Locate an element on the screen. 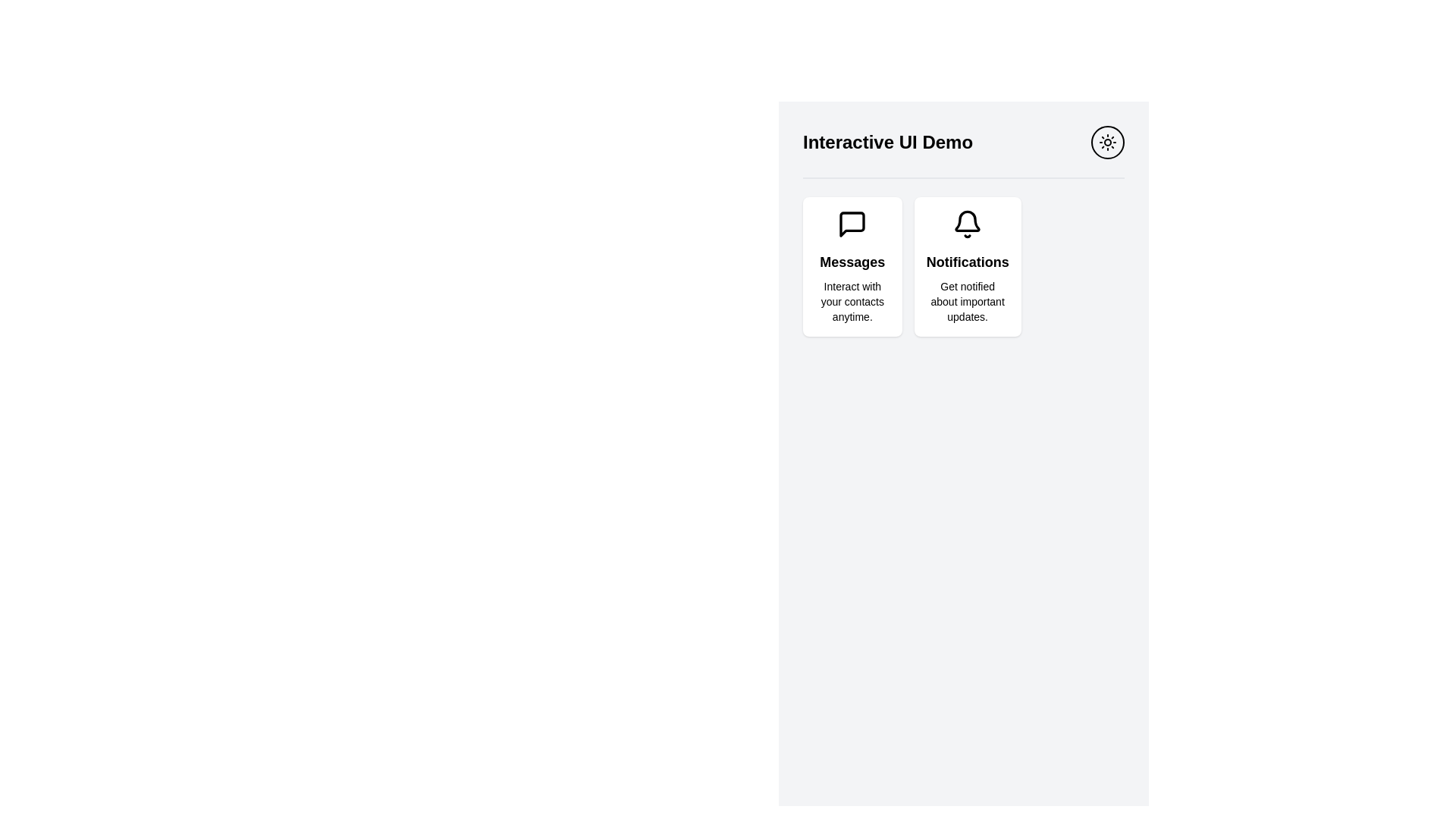 The image size is (1456, 819). the text label that provides additional informative details related to the 'Notifications' feature, located below the bold title 'Notifications' in the rightmost card of a horizontally aligned group of two cards is located at coordinates (967, 301).